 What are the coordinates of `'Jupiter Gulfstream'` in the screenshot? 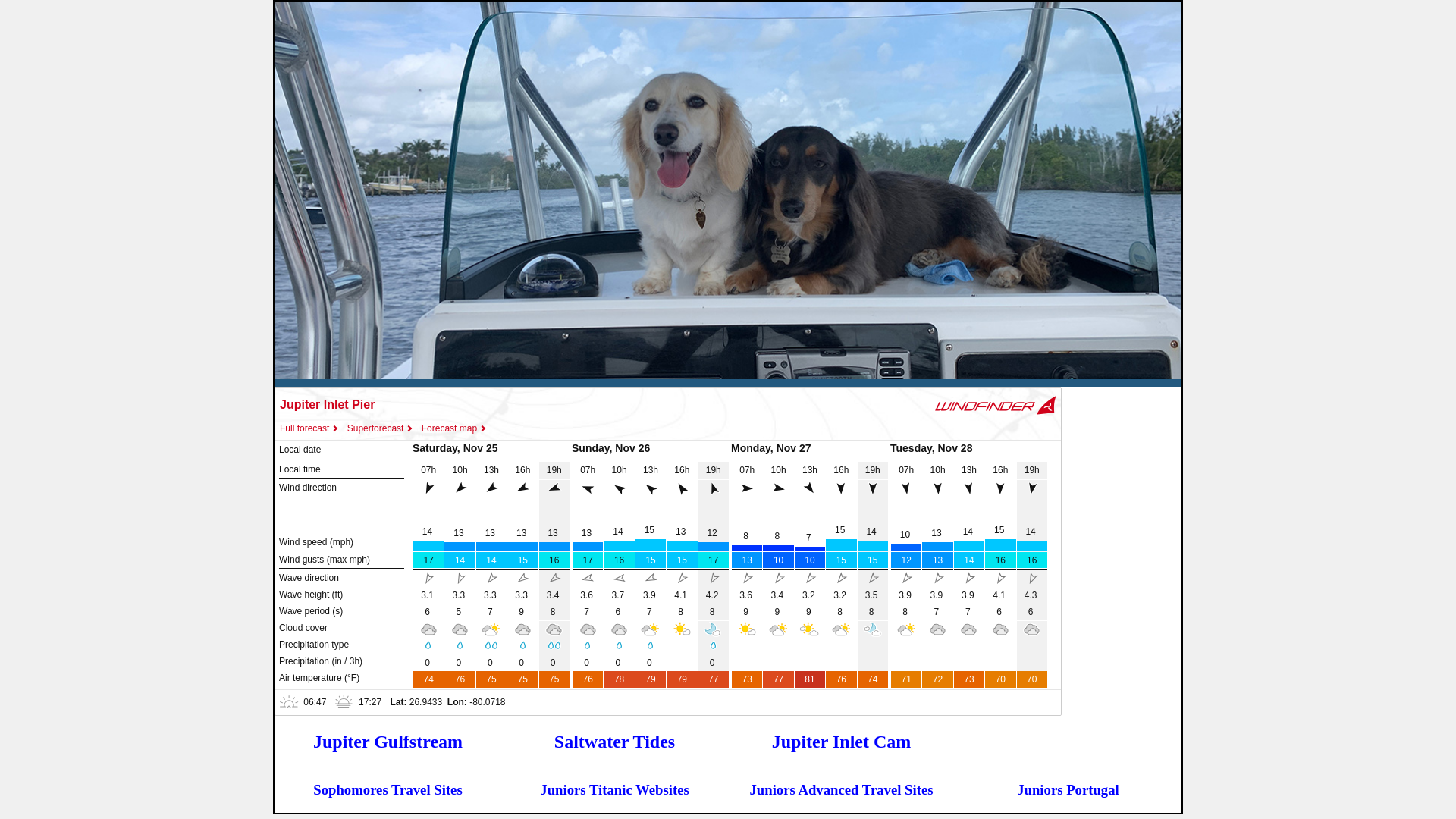 It's located at (388, 741).